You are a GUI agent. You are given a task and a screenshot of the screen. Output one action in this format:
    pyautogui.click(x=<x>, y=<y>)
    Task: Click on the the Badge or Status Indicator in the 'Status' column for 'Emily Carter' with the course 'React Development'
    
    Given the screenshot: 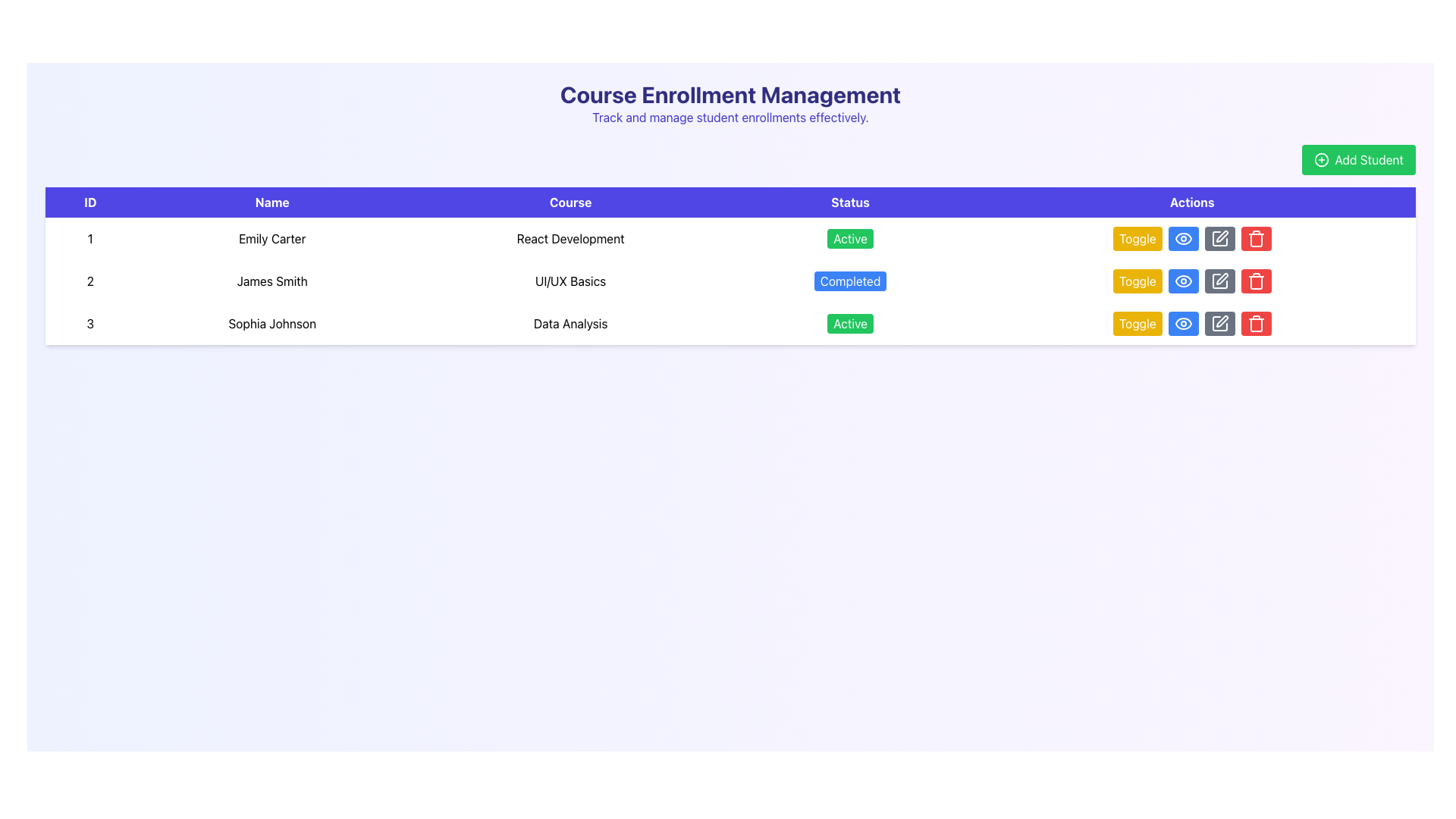 What is the action you would take?
    pyautogui.click(x=850, y=239)
    